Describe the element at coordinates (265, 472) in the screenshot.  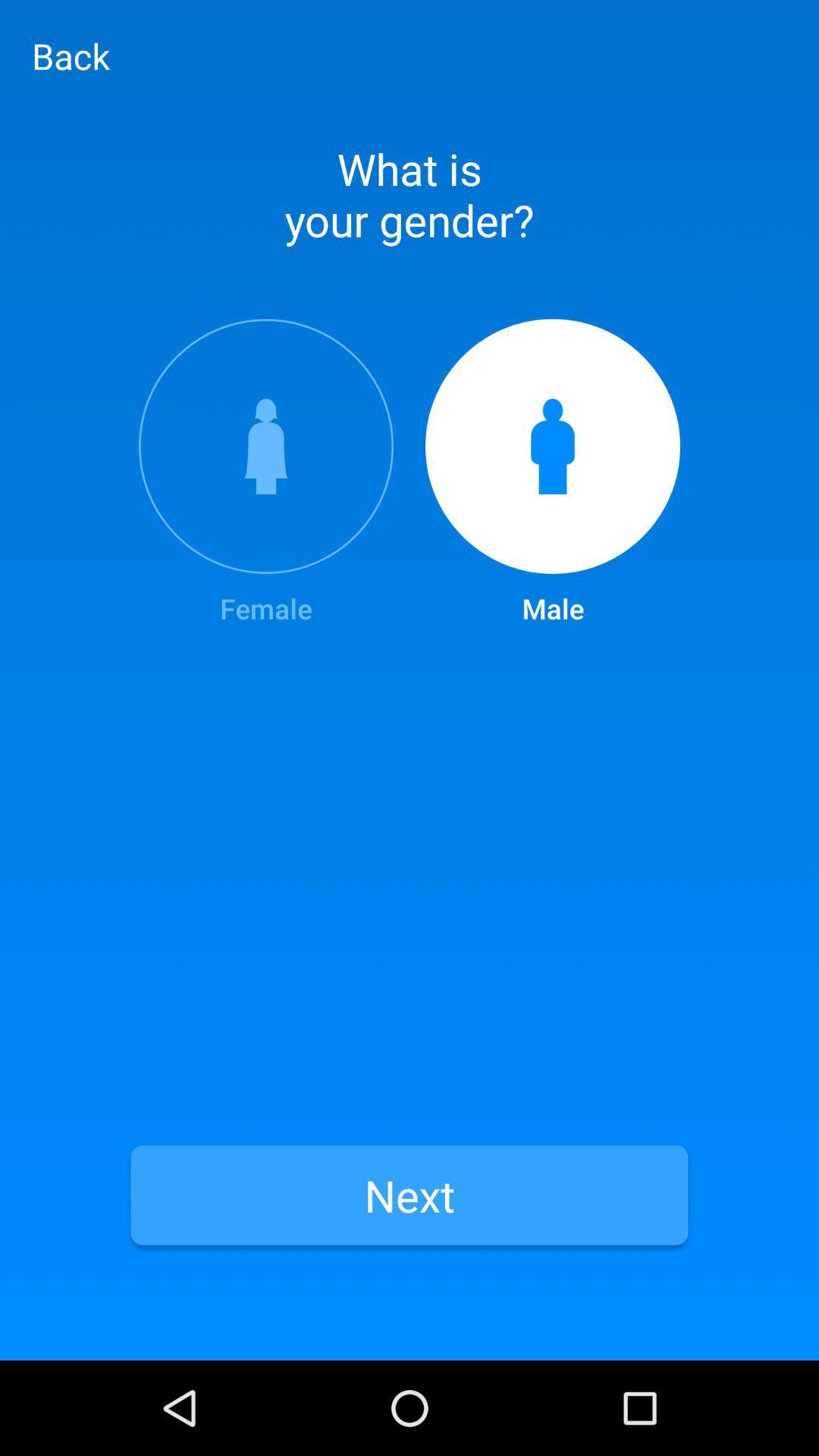
I see `item below what is your icon` at that location.